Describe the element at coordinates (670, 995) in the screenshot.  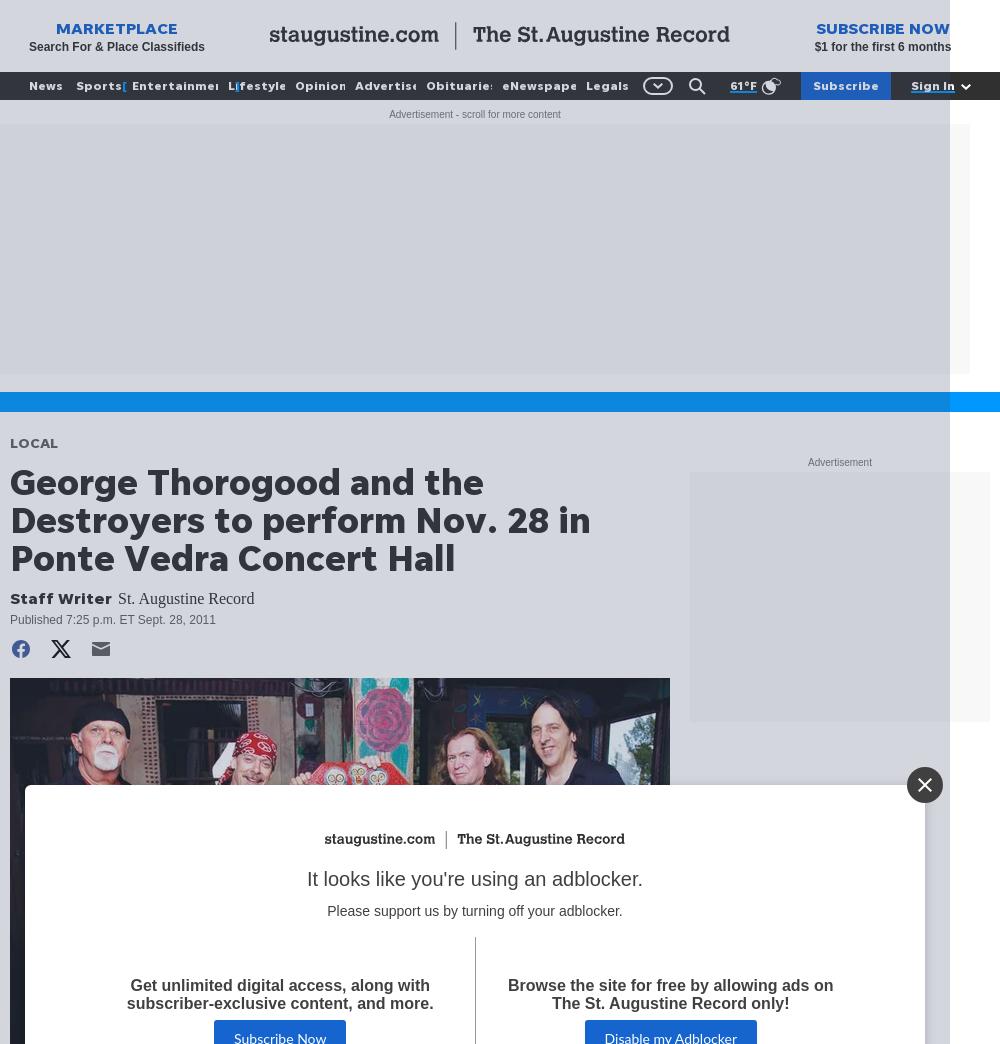
I see `'Browse the site for free by allowing ads on The St. Augustine Record only!'` at that location.